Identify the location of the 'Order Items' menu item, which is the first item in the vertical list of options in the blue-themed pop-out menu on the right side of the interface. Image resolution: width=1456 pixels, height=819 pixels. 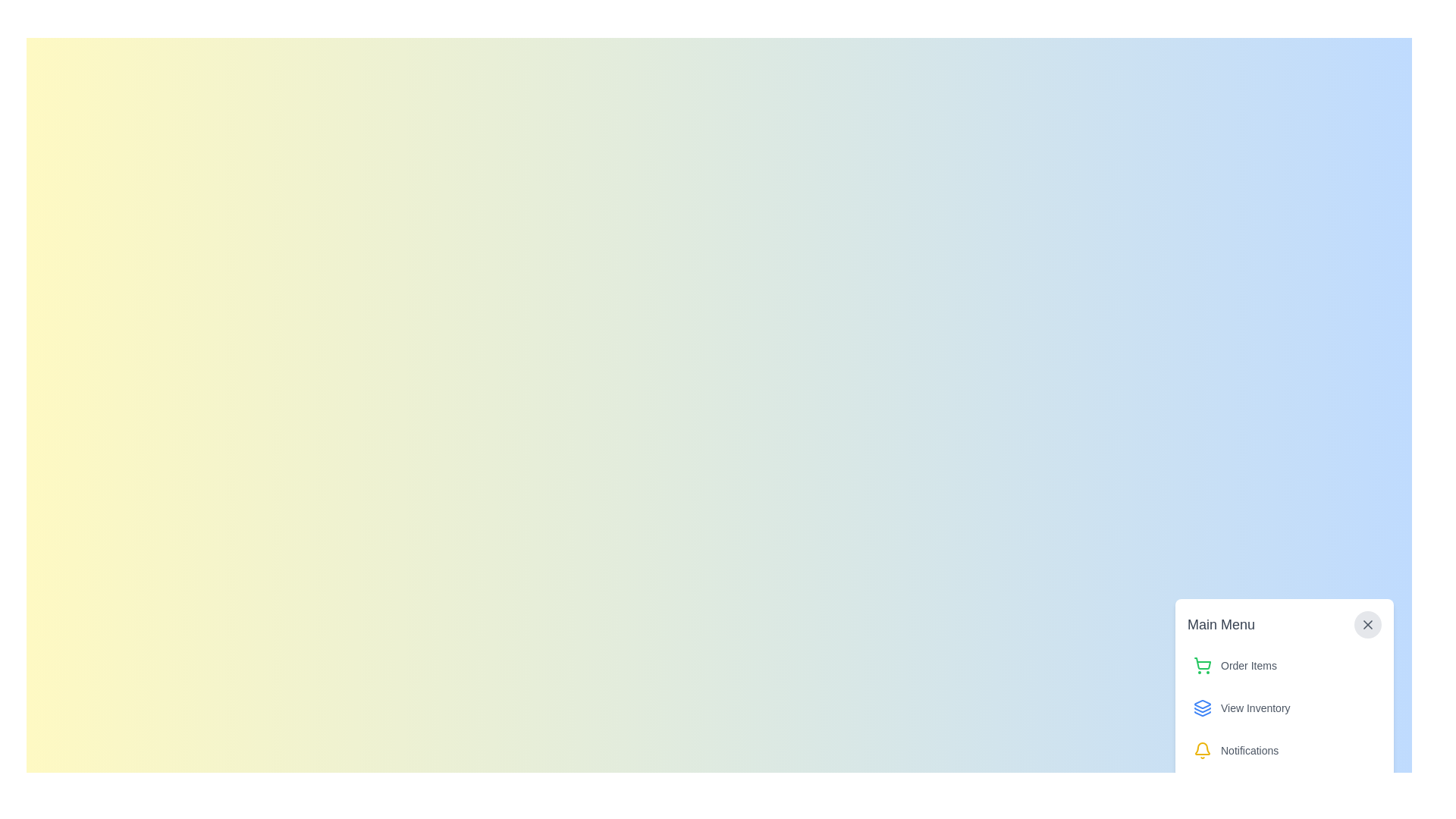
(1284, 665).